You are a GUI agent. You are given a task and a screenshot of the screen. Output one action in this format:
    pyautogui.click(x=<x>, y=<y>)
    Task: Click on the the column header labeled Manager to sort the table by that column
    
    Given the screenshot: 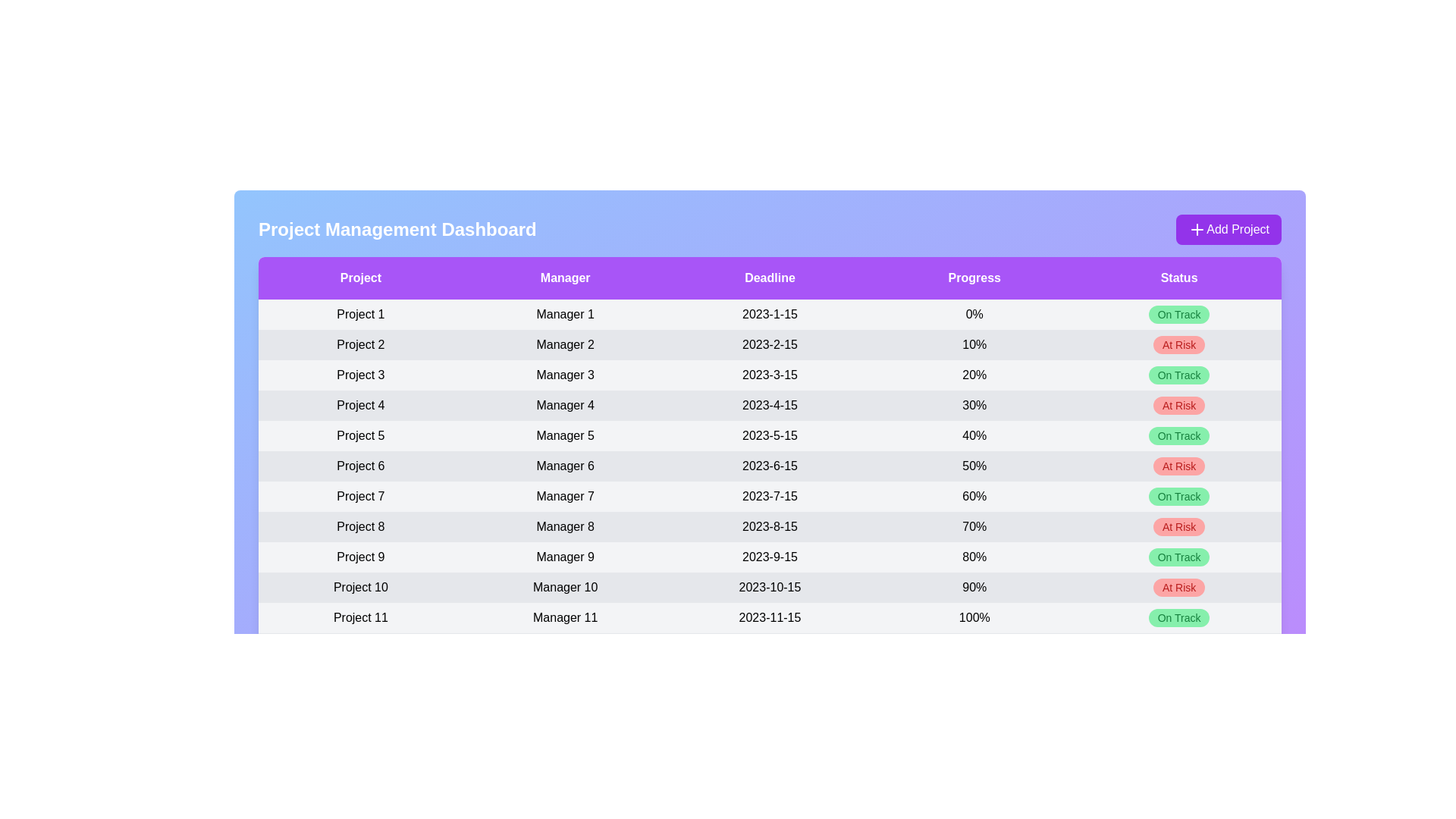 What is the action you would take?
    pyautogui.click(x=564, y=278)
    